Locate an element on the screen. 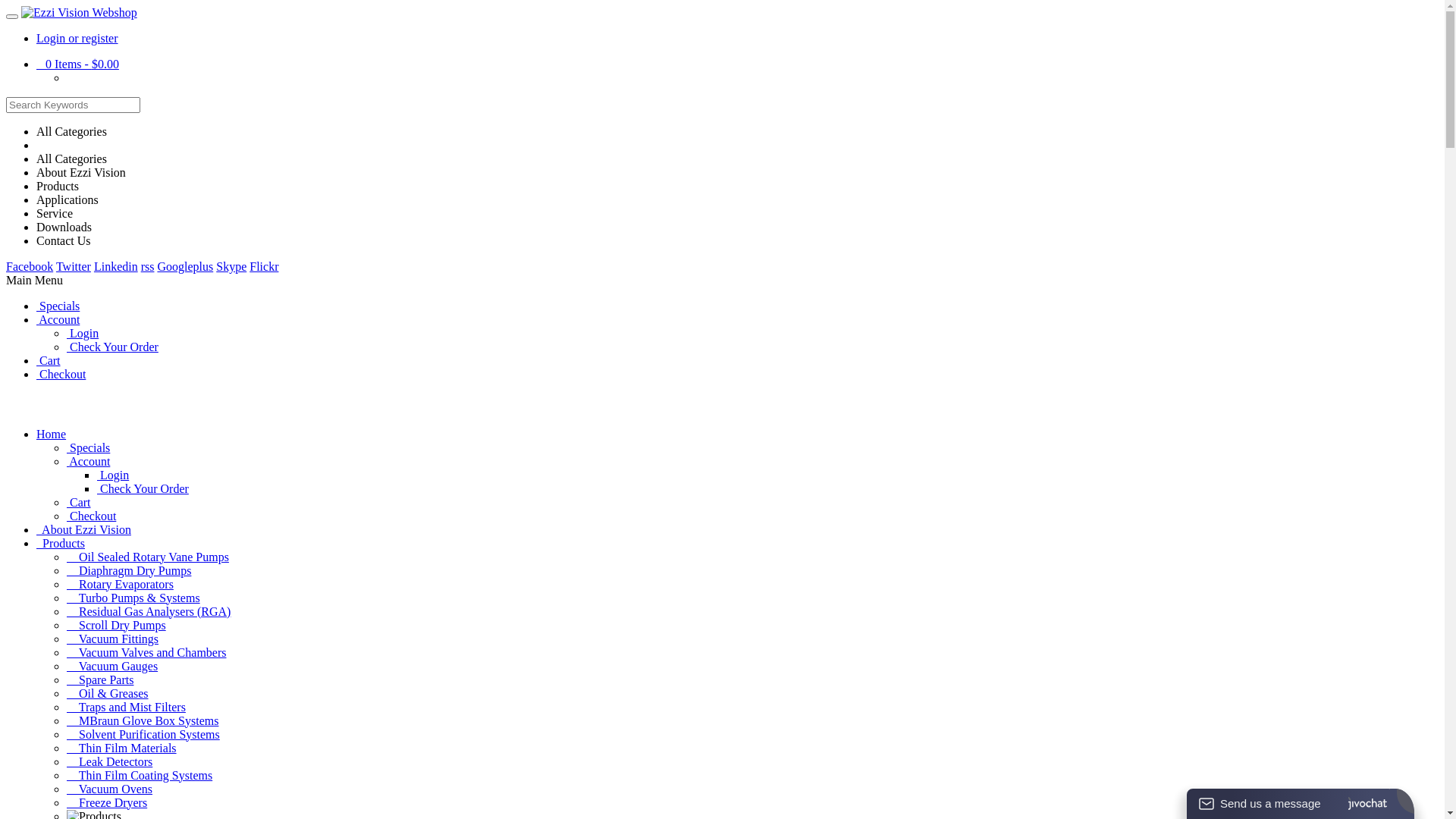  '    Residual Gas Analysers (RGA)' is located at coordinates (65, 610).